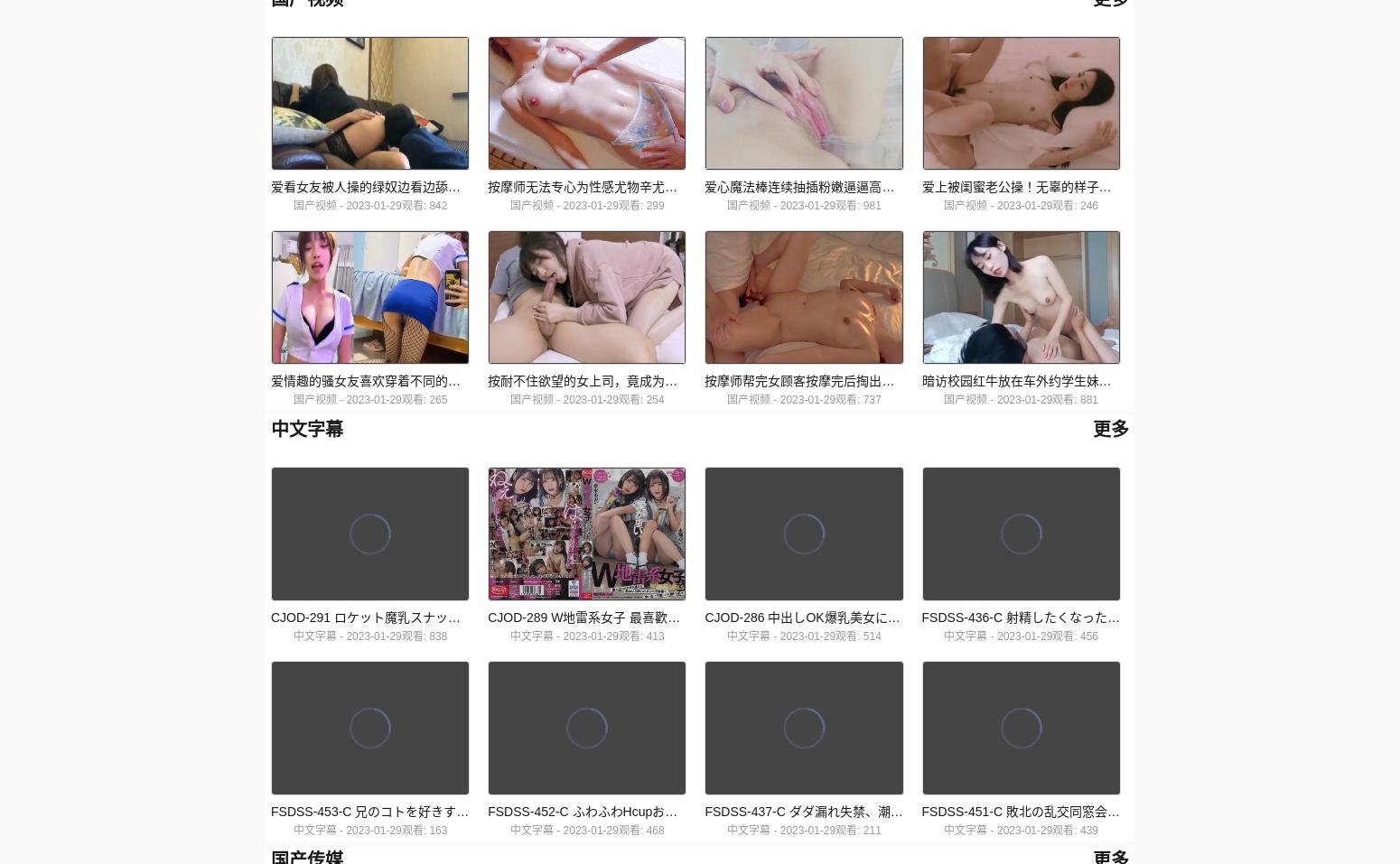  What do you see at coordinates (703, 617) in the screenshot?
I see `'CJOD-286 中出しOK爆乳美女にしっとり痴女られる囁き回春エステ 凪沙雪乃'` at bounding box center [703, 617].